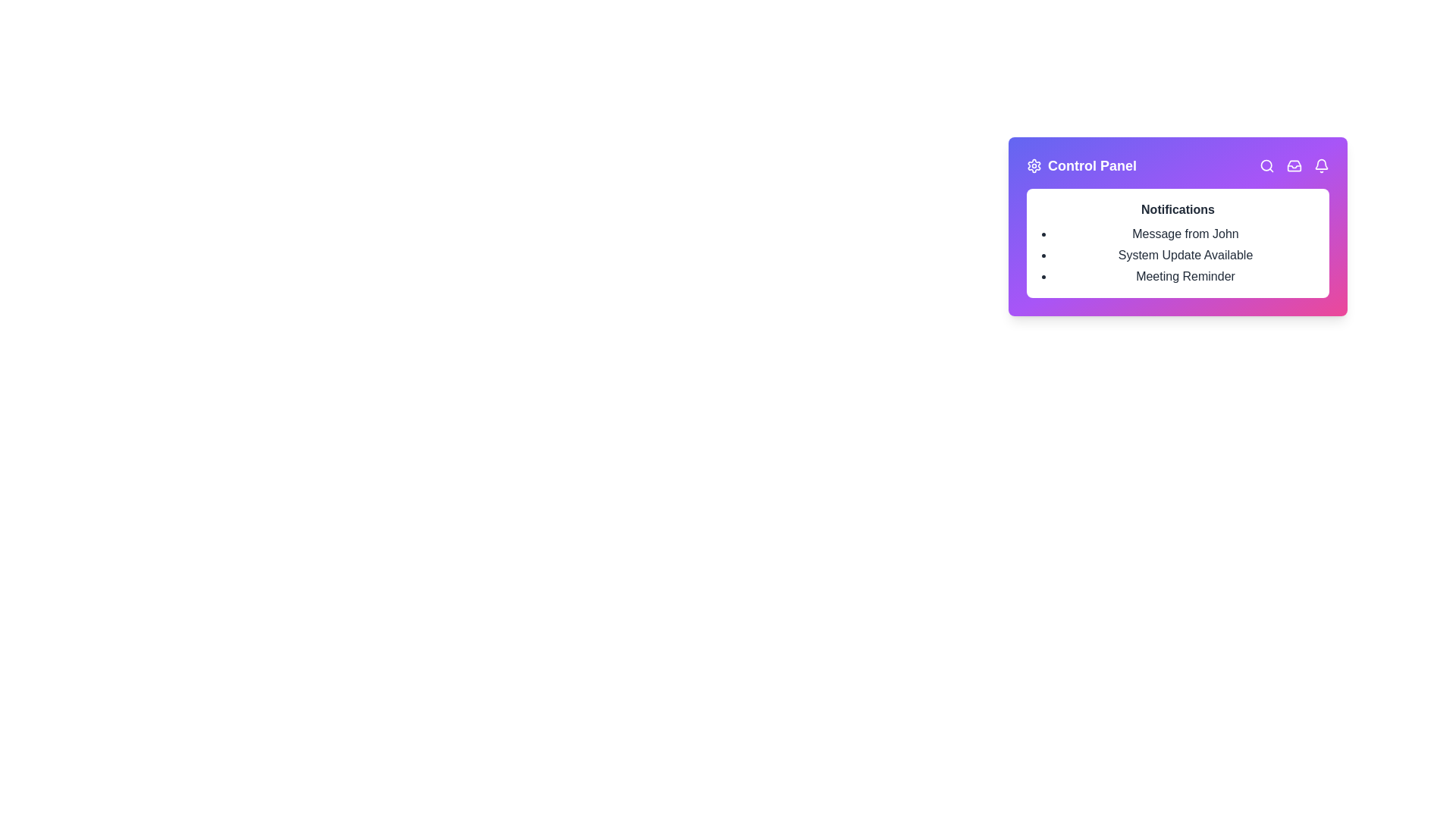  Describe the element at coordinates (1320, 166) in the screenshot. I see `the bell icon to view notifications` at that location.